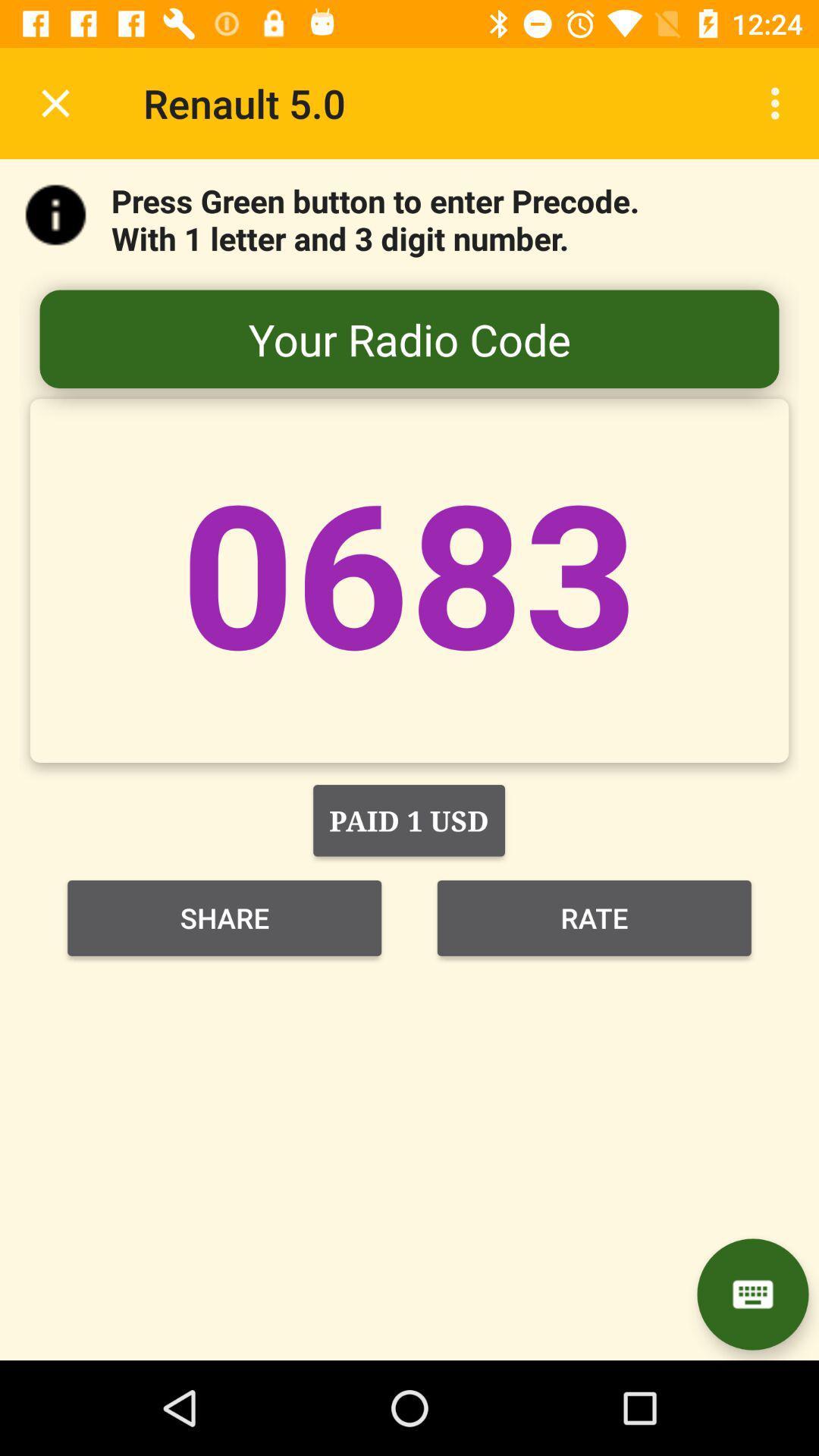 The width and height of the screenshot is (819, 1456). I want to click on icon above your radio code item, so click(779, 102).